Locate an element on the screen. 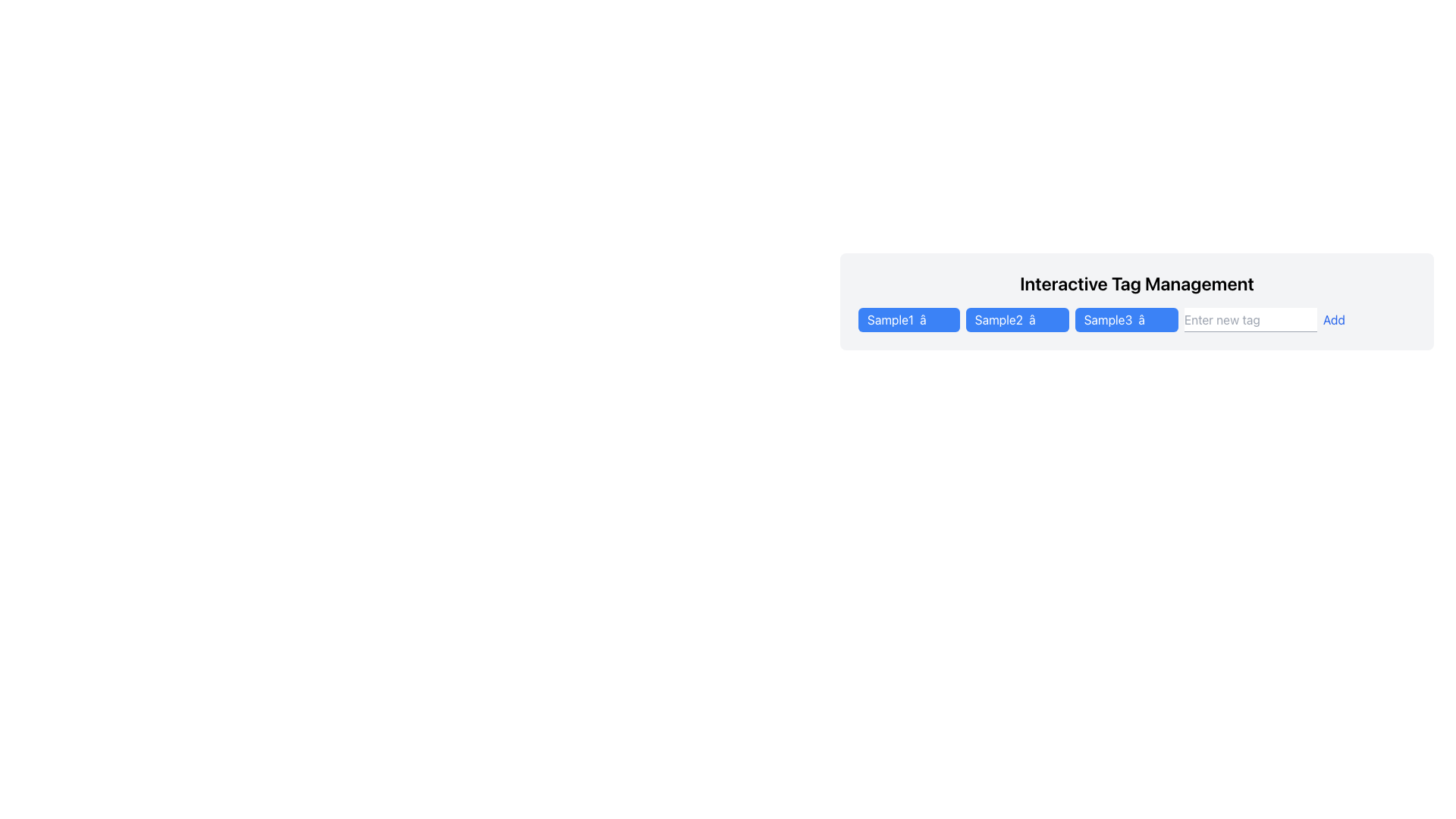 The image size is (1456, 819). the input field with the placeholder text 'Enter new tag' is located at coordinates (1250, 318).